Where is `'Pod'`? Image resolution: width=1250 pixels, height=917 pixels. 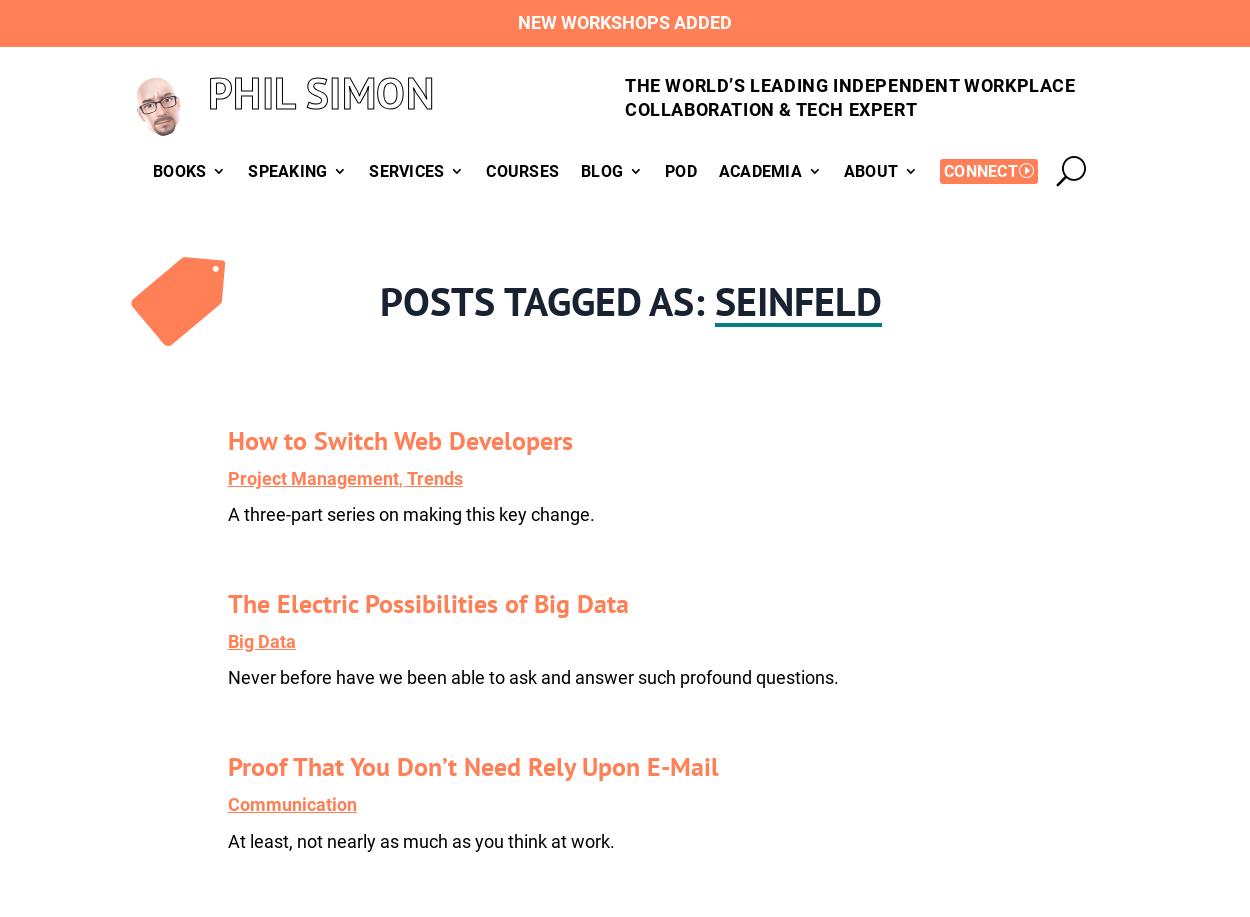
'Pod' is located at coordinates (680, 170).